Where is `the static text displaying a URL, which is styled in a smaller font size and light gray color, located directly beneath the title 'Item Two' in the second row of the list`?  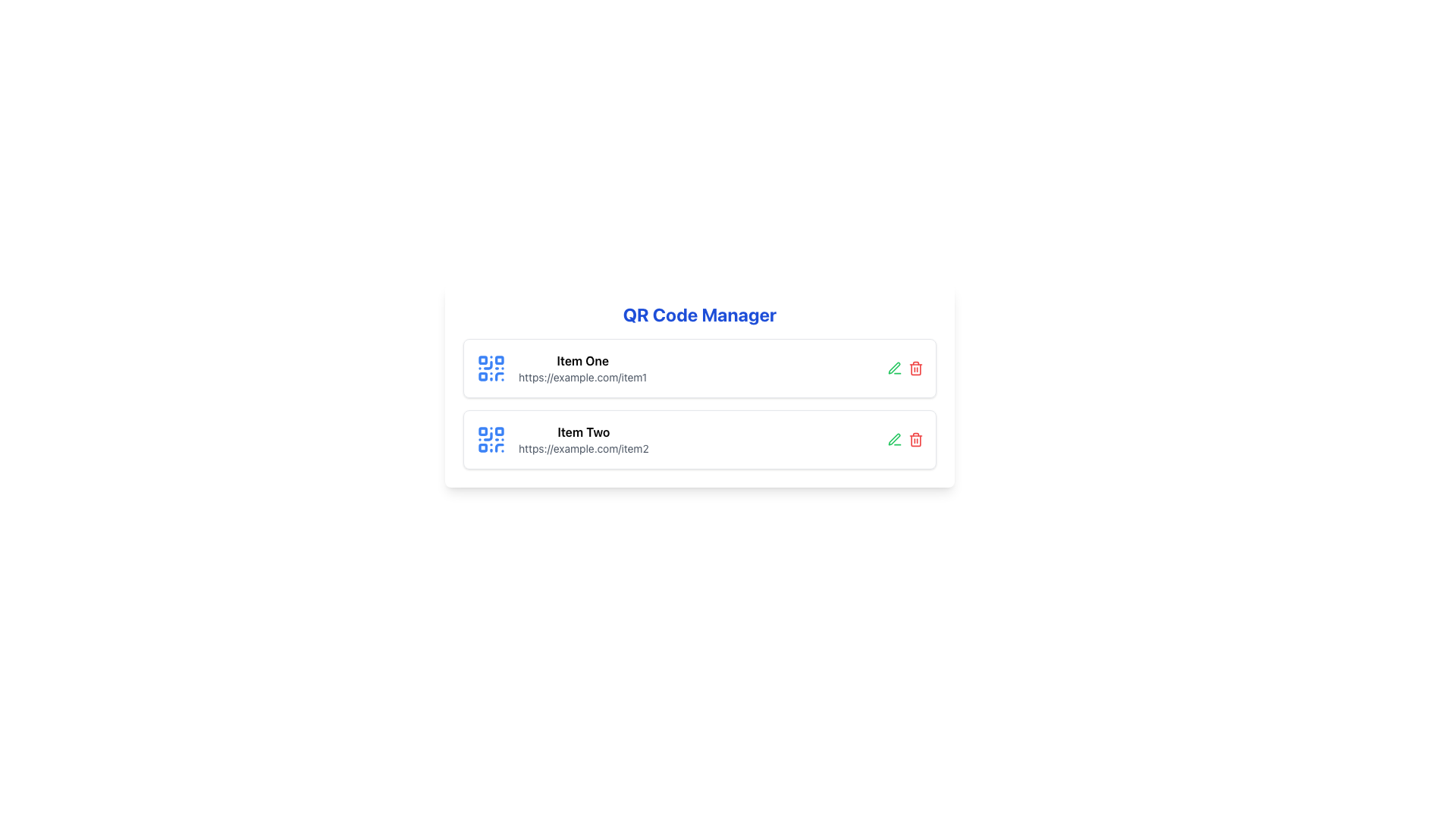 the static text displaying a URL, which is styled in a smaller font size and light gray color, located directly beneath the title 'Item Two' in the second row of the list is located at coordinates (582, 447).